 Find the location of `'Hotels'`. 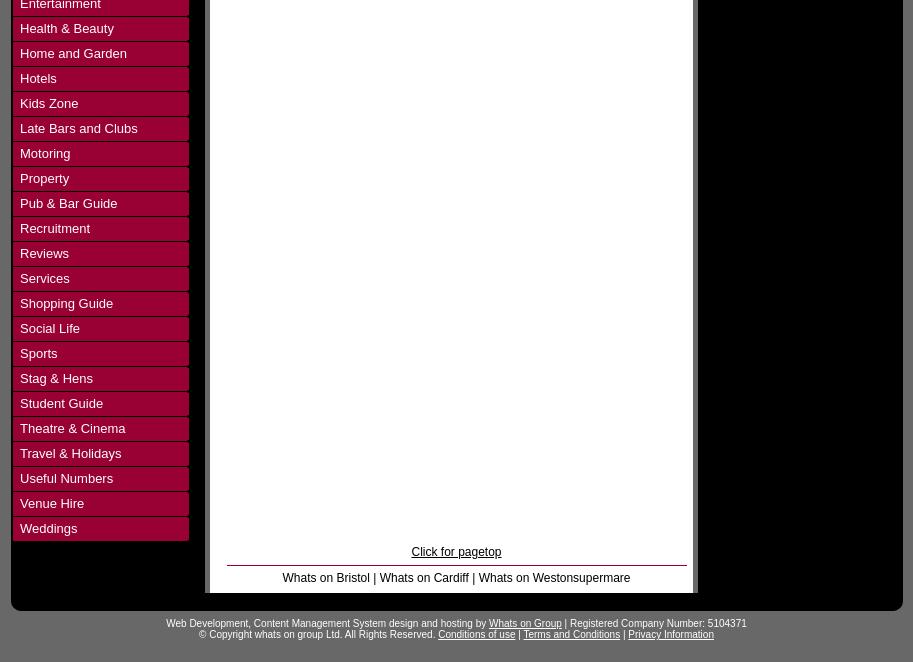

'Hotels' is located at coordinates (37, 78).